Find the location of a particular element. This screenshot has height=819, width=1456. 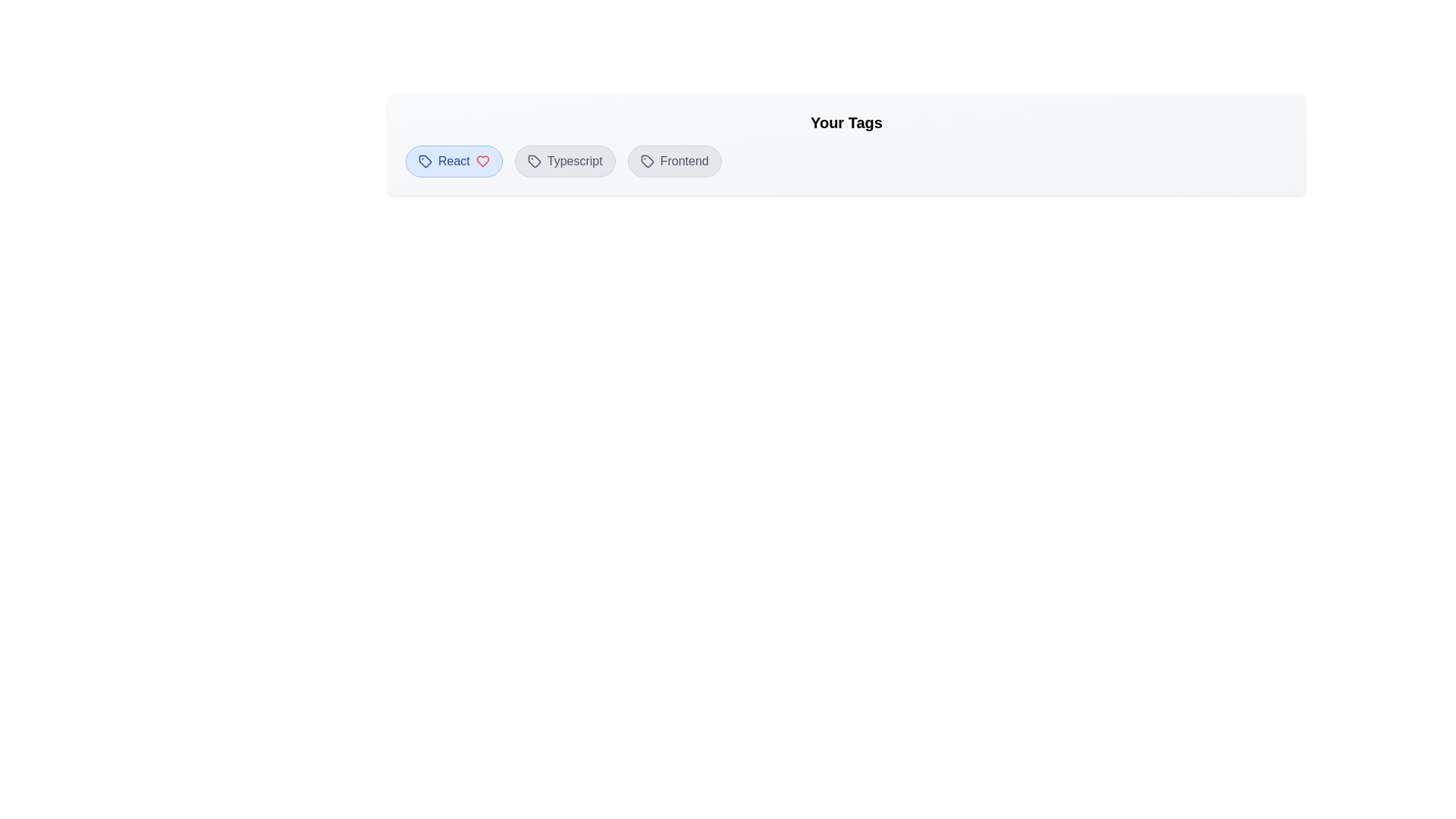

the decorative icon associated with the tag React is located at coordinates (425, 161).